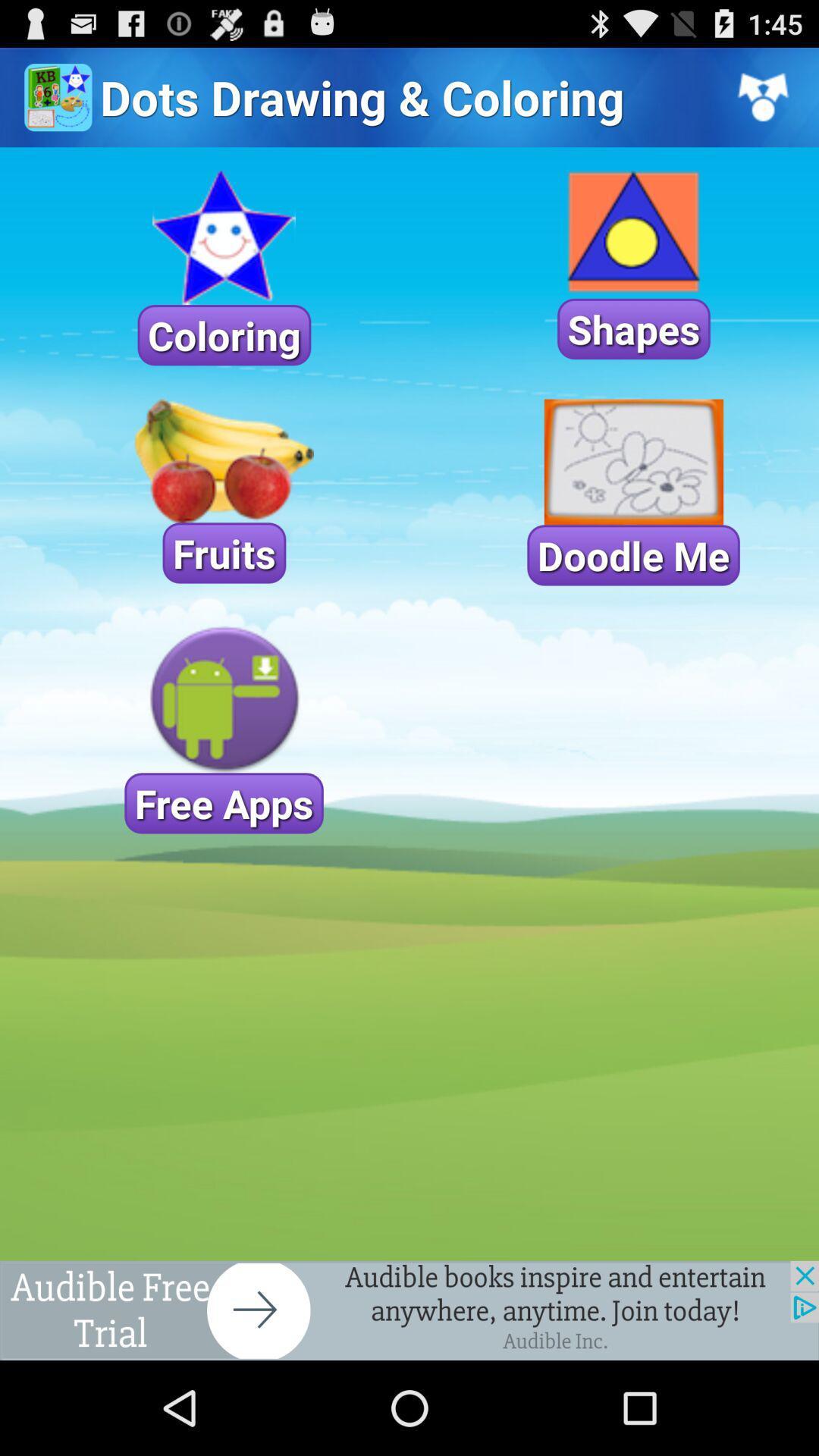 This screenshot has width=819, height=1456. What do you see at coordinates (409, 1310) in the screenshot?
I see `advertisement` at bounding box center [409, 1310].